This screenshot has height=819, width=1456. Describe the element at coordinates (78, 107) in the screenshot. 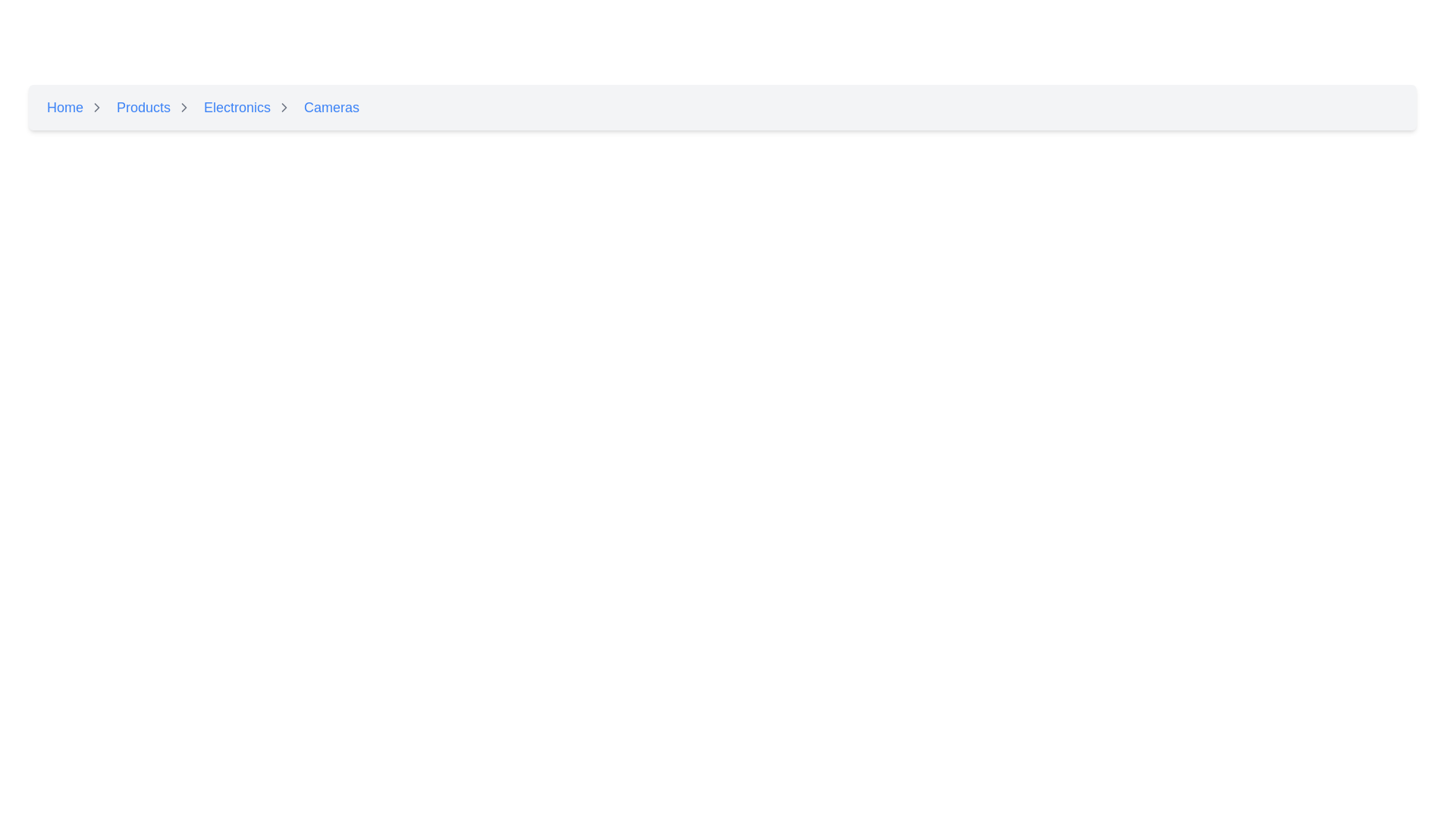

I see `the first breadcrumb item` at that location.